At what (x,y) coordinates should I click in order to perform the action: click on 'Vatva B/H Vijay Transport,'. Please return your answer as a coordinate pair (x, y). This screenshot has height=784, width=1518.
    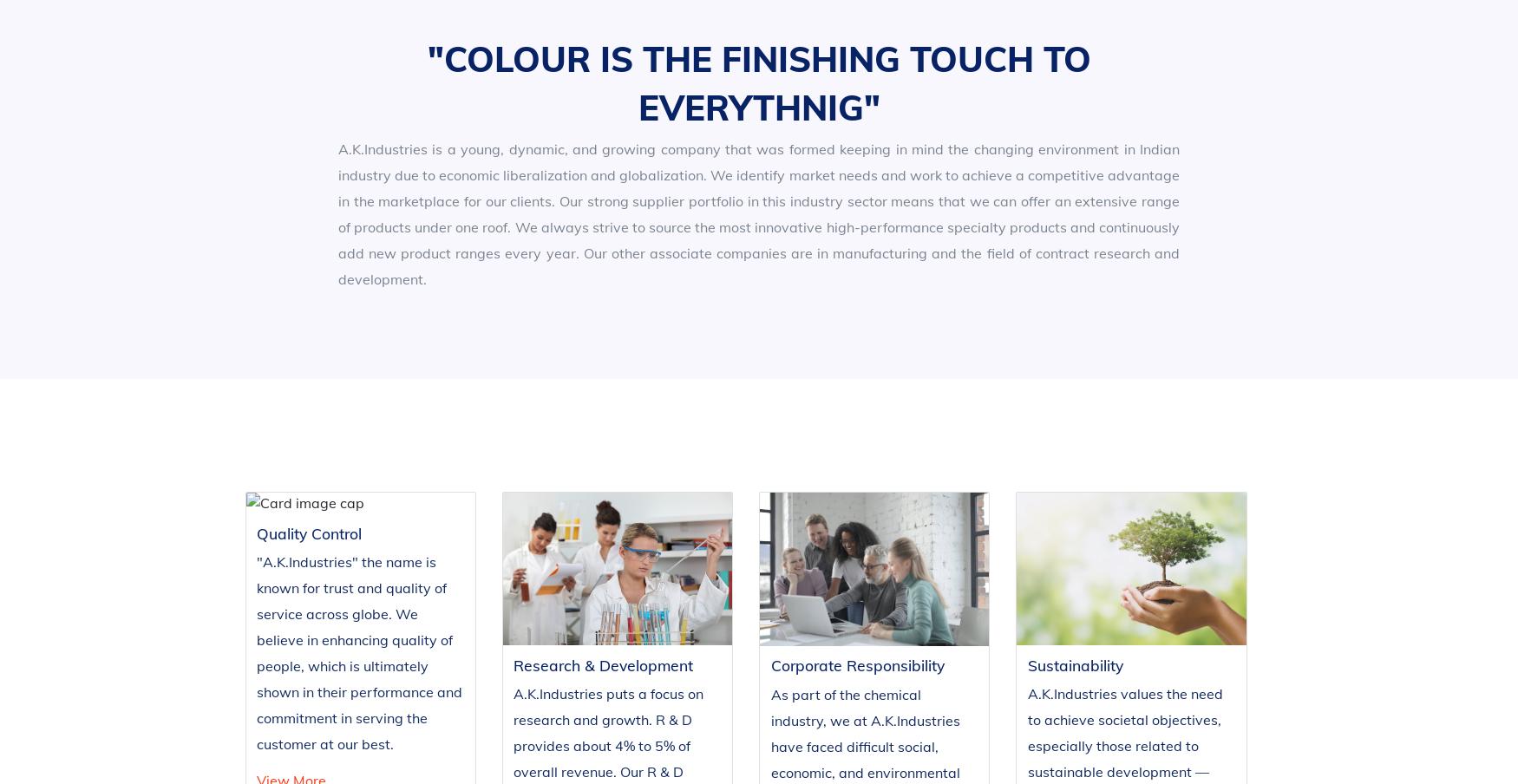
    Looking at the image, I should click on (1118, 696).